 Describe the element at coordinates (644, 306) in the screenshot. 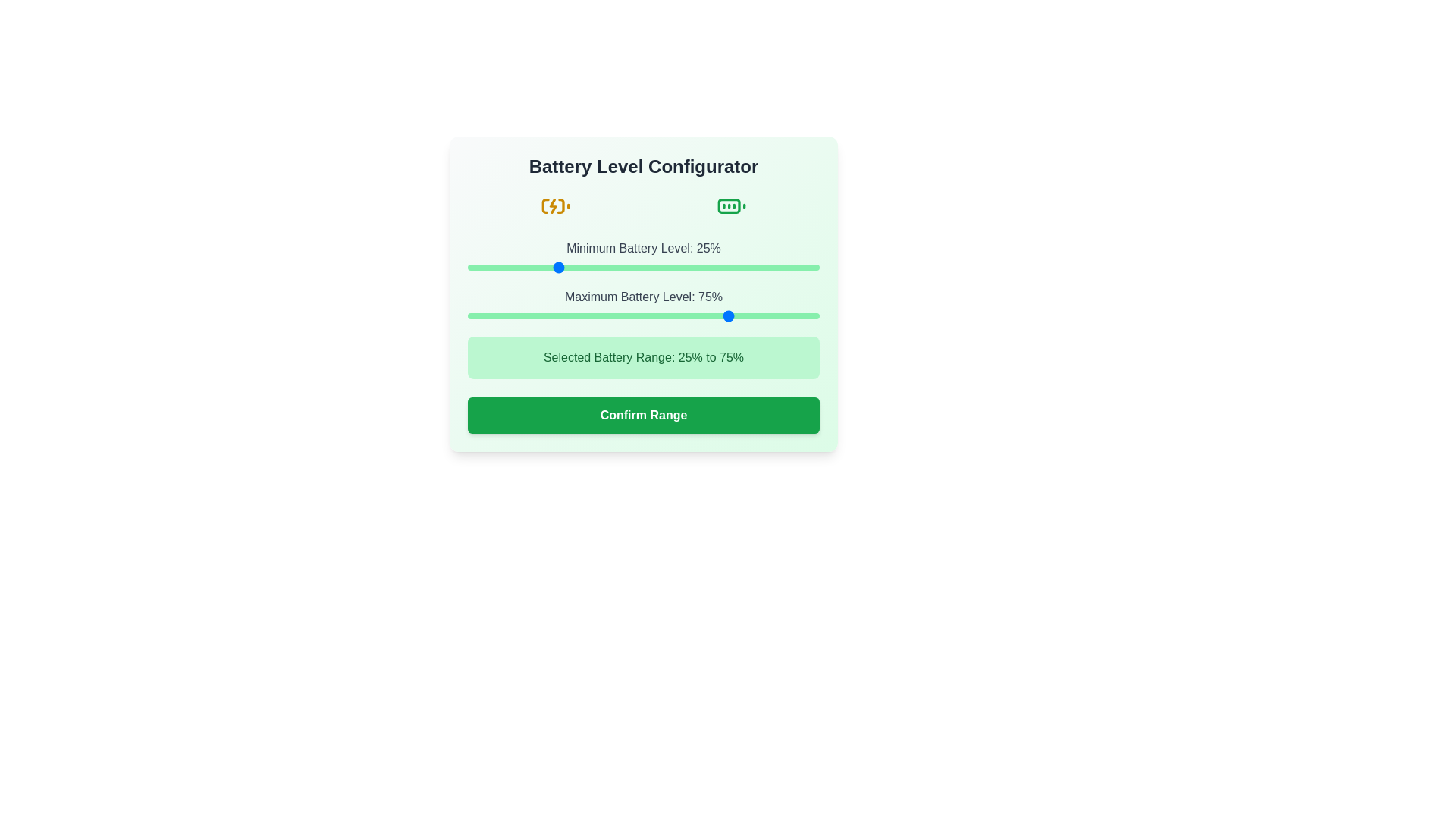

I see `the green range slider track labeled 'Maximum Battery Level: 75%' to set the battery level configuration` at that location.